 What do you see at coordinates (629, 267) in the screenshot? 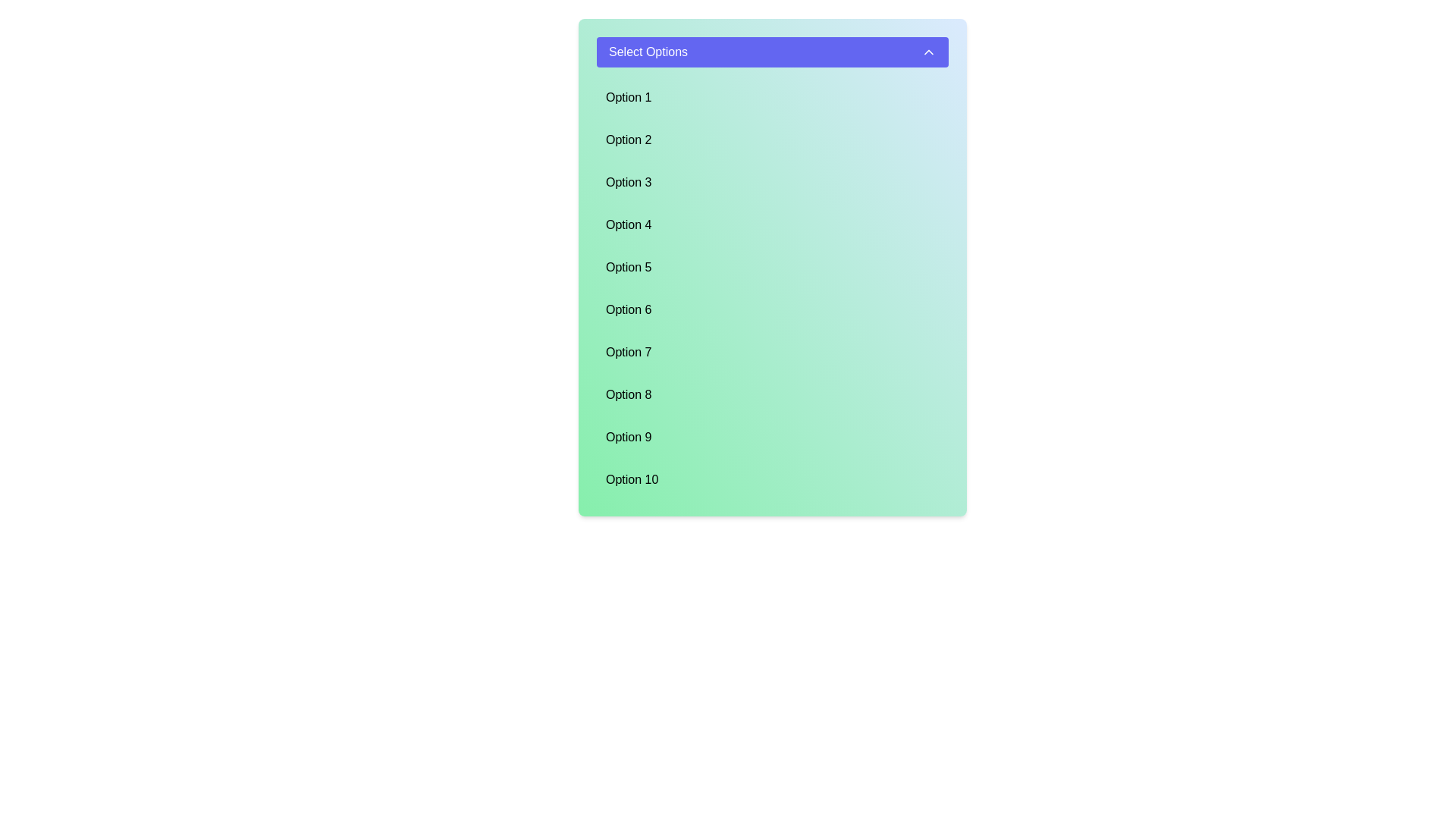
I see `the static text label for 'Option 5' within the dropdown menu located below the header 'Select Options'` at bounding box center [629, 267].